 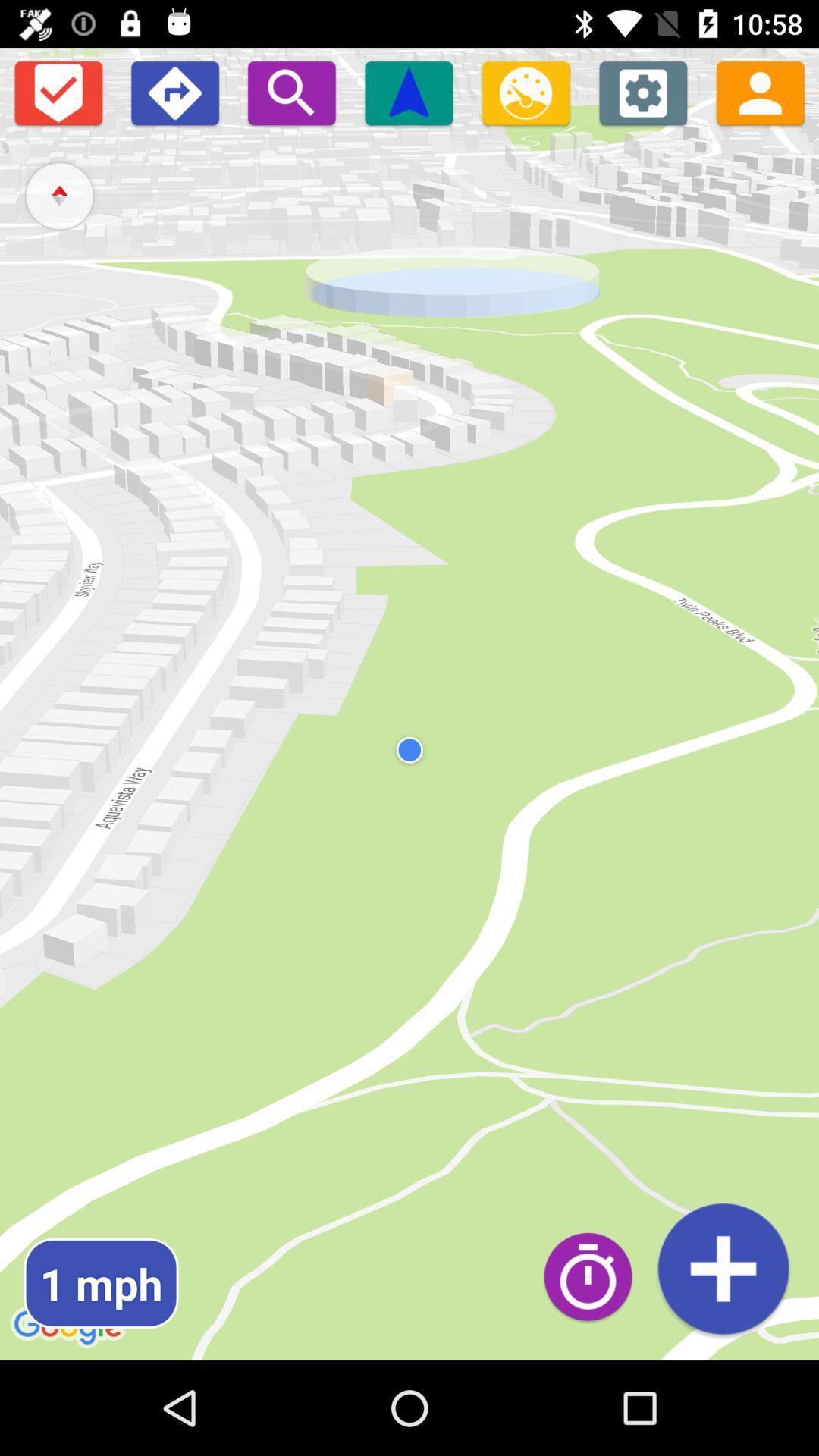 I want to click on the settings icon, so click(x=643, y=92).